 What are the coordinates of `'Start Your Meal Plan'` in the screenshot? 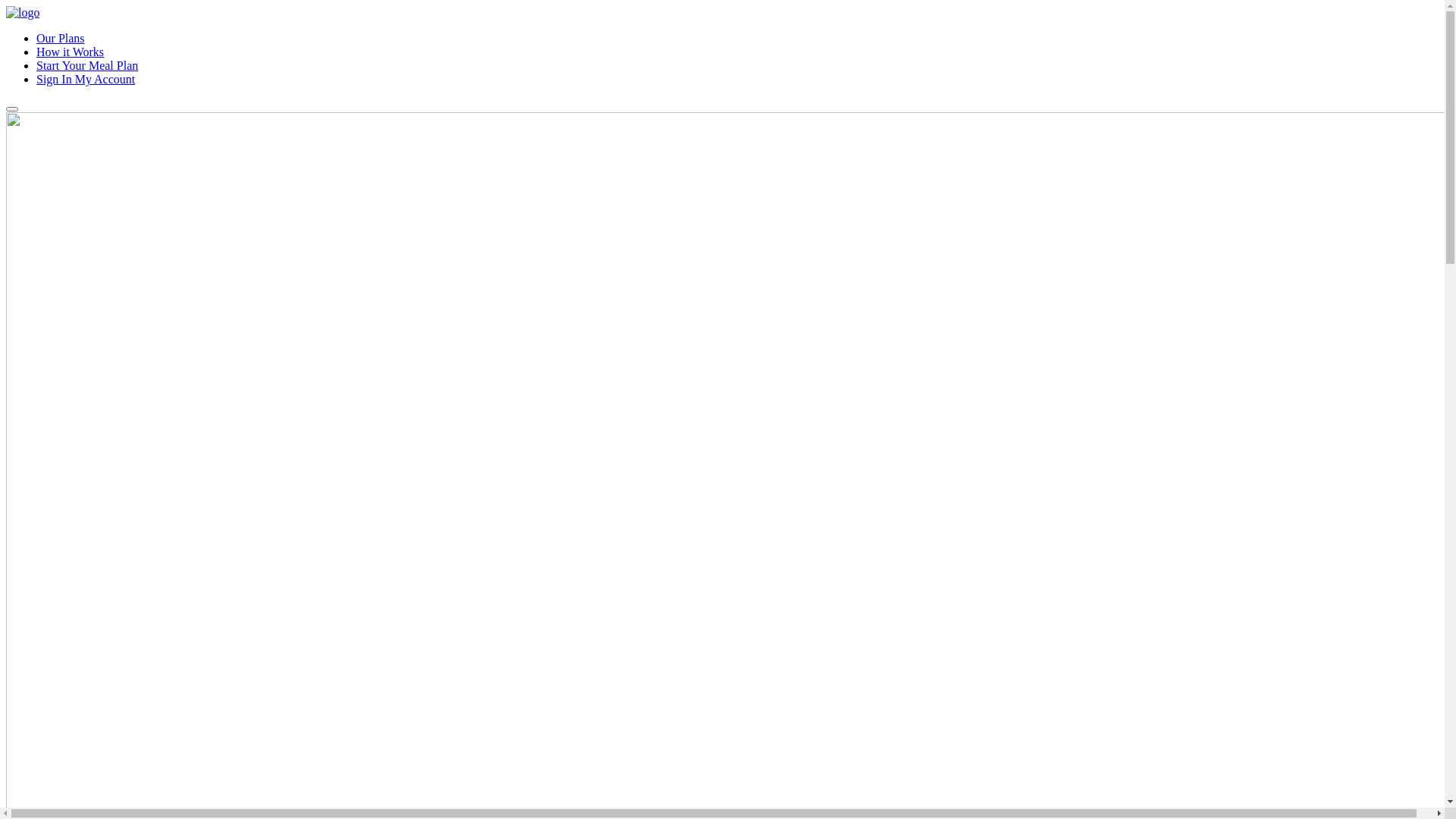 It's located at (86, 64).